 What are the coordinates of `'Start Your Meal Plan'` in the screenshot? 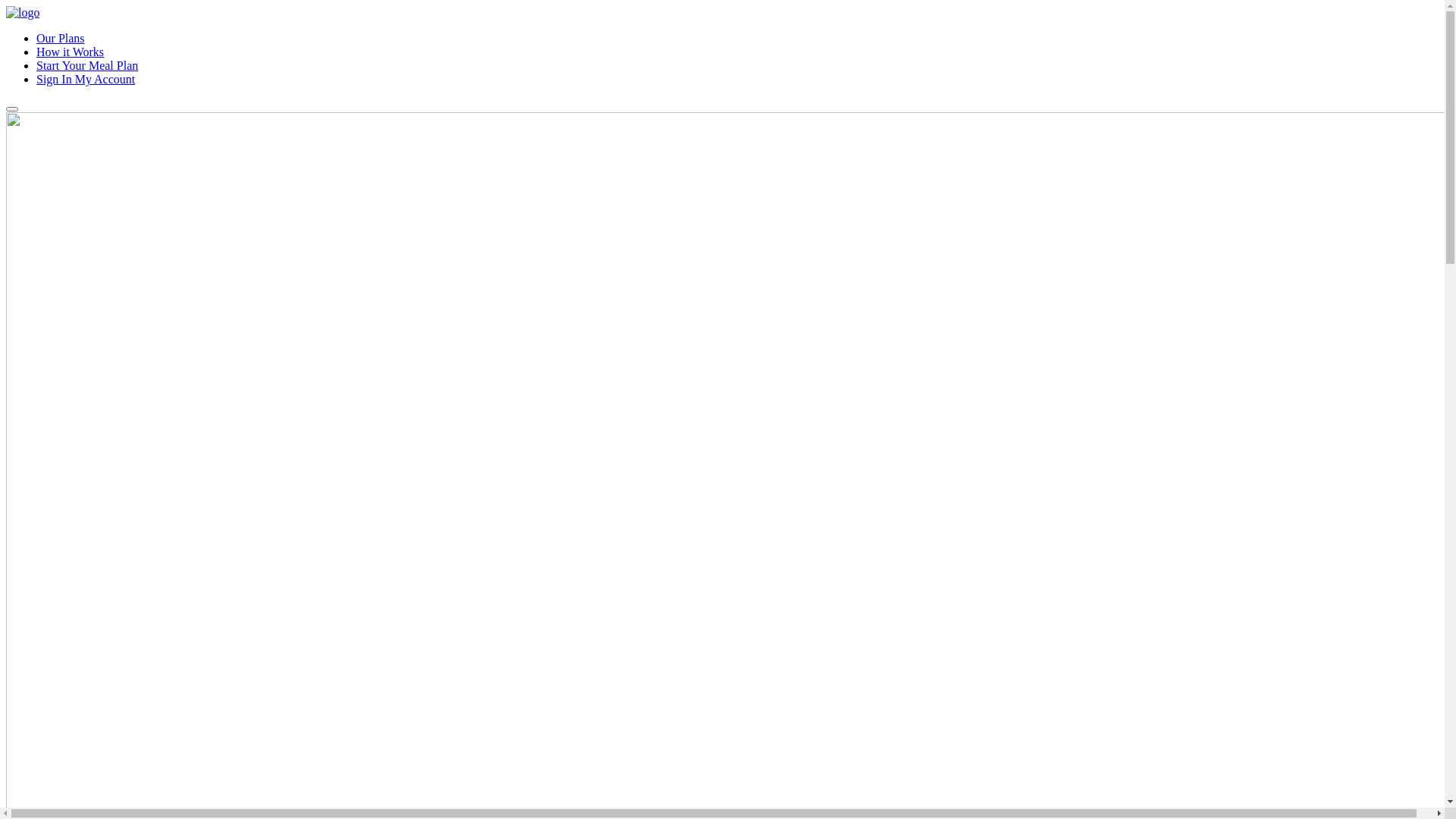 It's located at (86, 64).